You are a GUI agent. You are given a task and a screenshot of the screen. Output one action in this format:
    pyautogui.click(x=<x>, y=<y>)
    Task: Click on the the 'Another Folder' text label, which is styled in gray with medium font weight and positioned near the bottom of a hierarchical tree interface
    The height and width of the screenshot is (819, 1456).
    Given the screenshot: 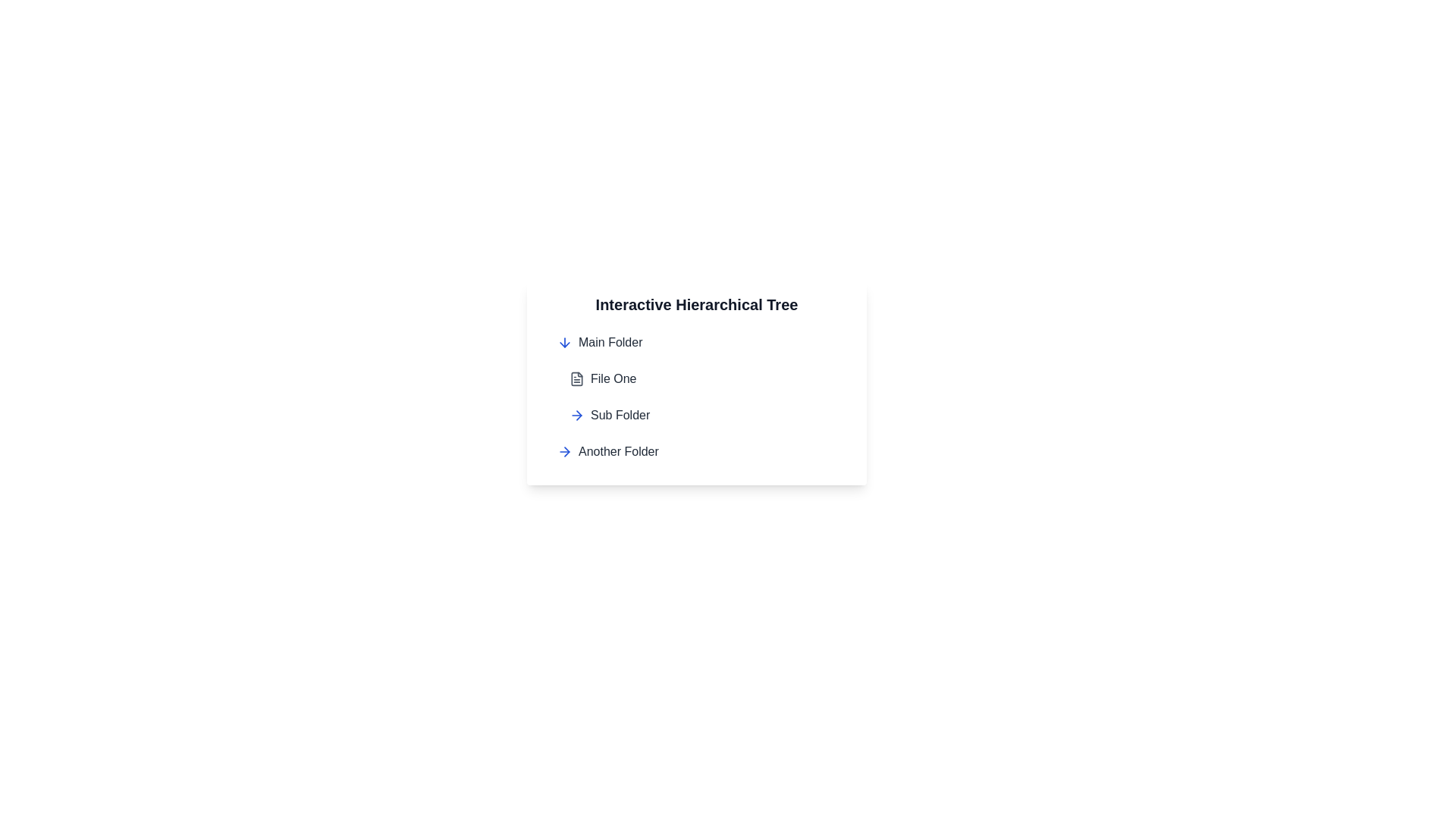 What is the action you would take?
    pyautogui.click(x=619, y=451)
    